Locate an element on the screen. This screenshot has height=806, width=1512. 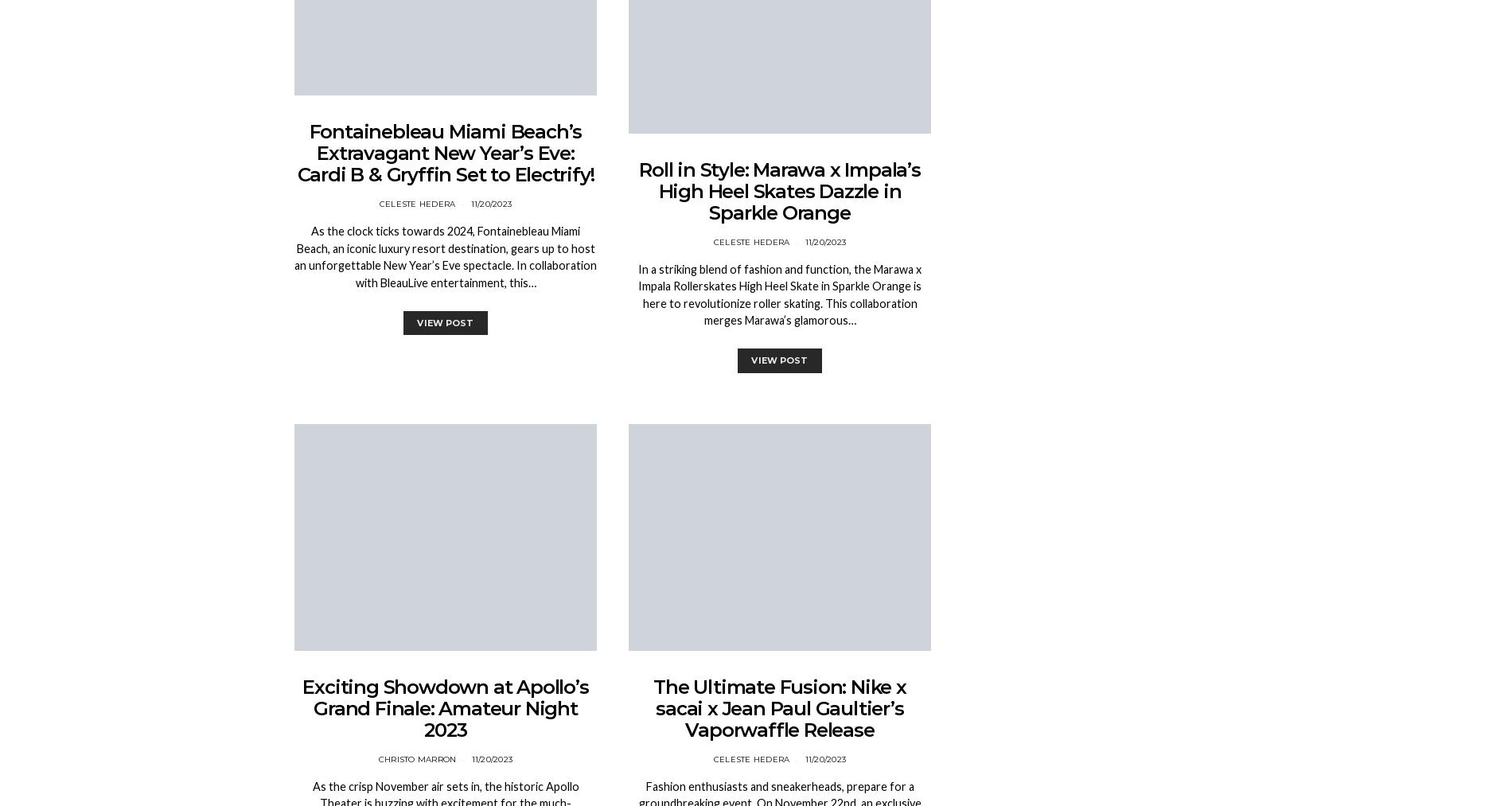
'Fontainebleau Miami Beach’s Extravagant New Year’s Eve: Cardi B & Gryffin Set to Electrify!' is located at coordinates (295, 153).